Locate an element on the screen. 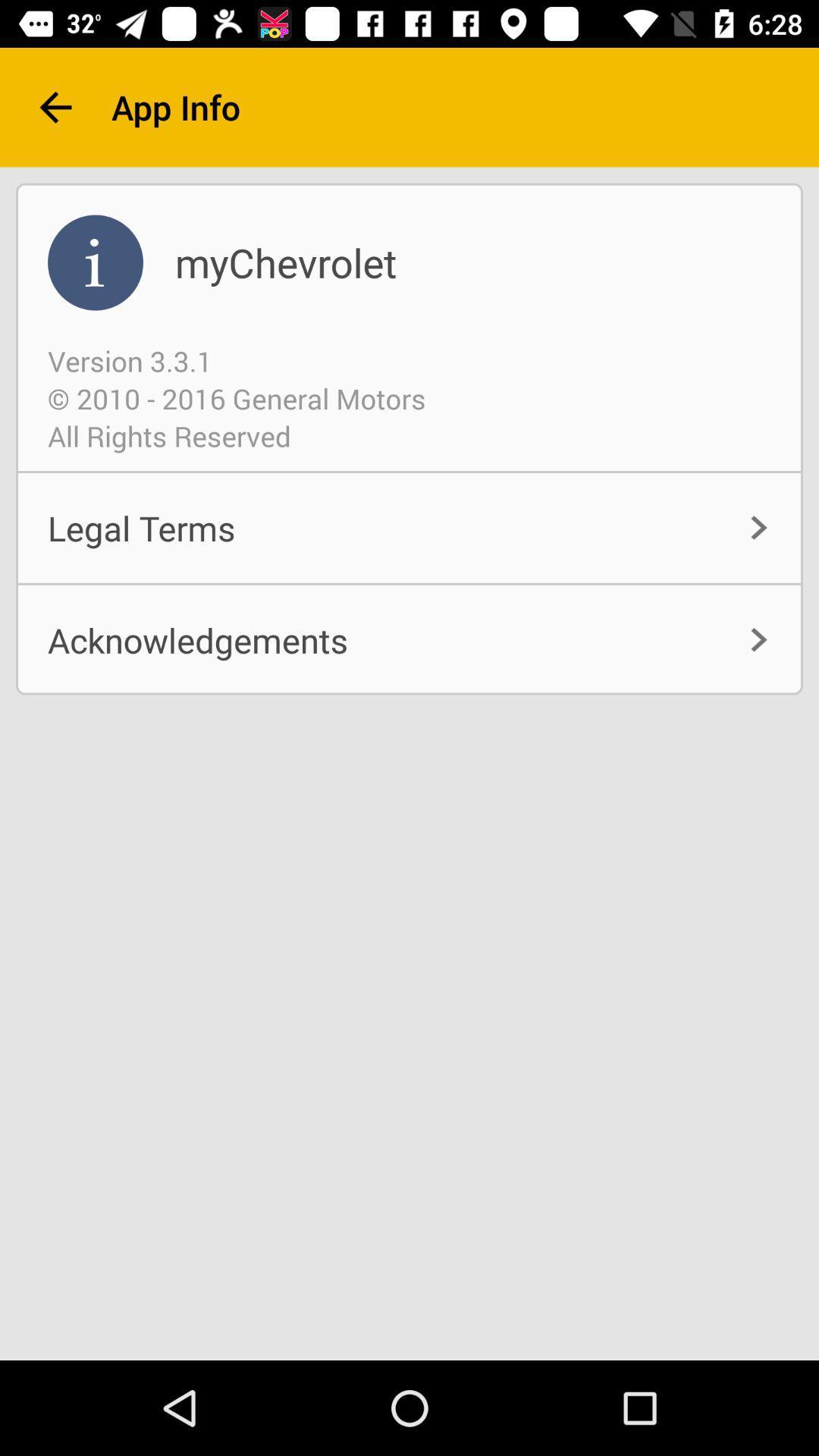  the acknowledgements item is located at coordinates (409, 640).